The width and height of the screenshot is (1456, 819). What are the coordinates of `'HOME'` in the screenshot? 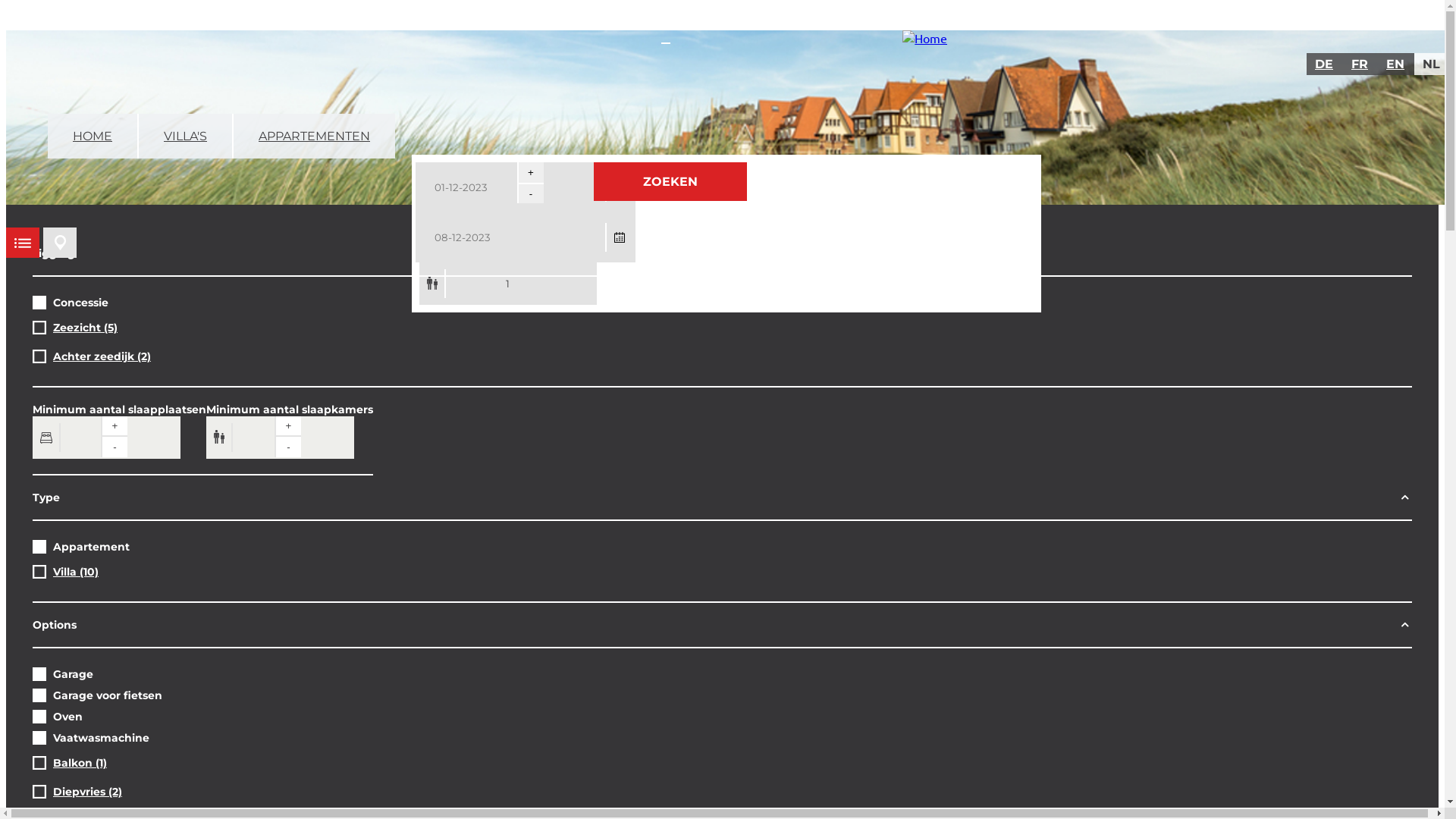 It's located at (47, 135).